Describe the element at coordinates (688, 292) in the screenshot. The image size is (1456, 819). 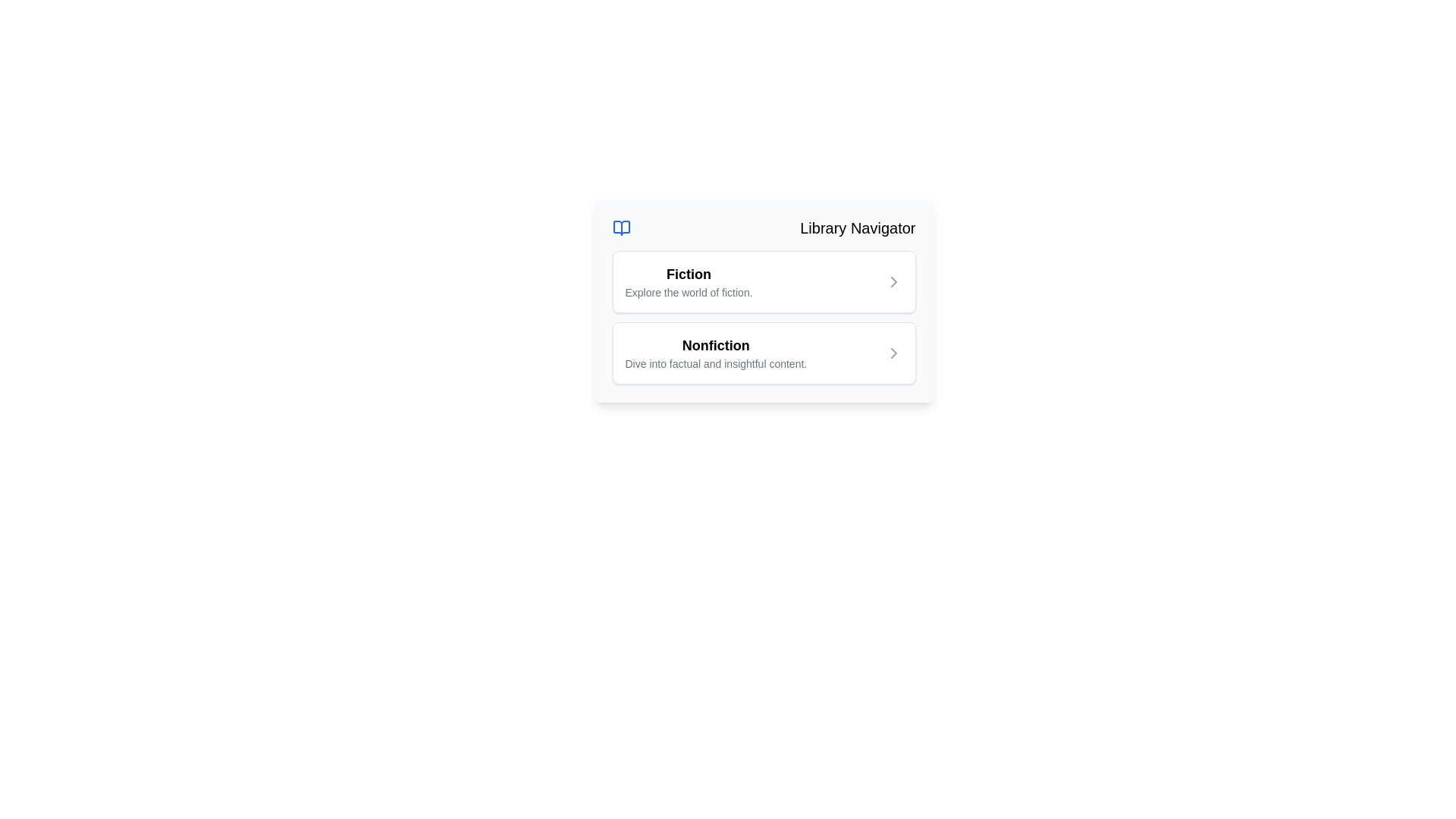
I see `the descriptive text element located beneath the 'Fiction' label in the Library Navigator interface` at that location.